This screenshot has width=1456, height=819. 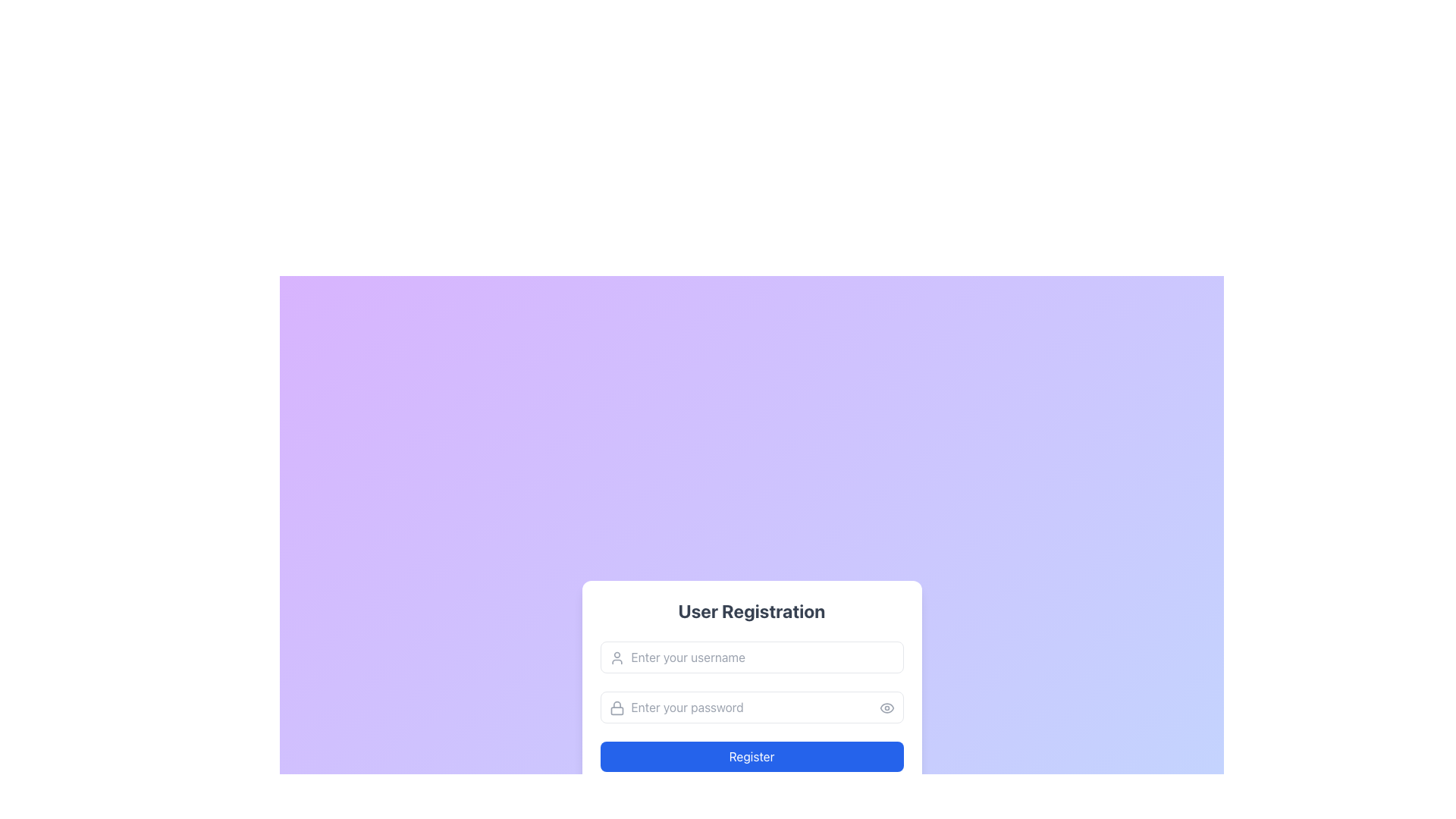 I want to click on the button located at the top-right corner of the password input field in the 'User Registration' form, so click(x=886, y=708).